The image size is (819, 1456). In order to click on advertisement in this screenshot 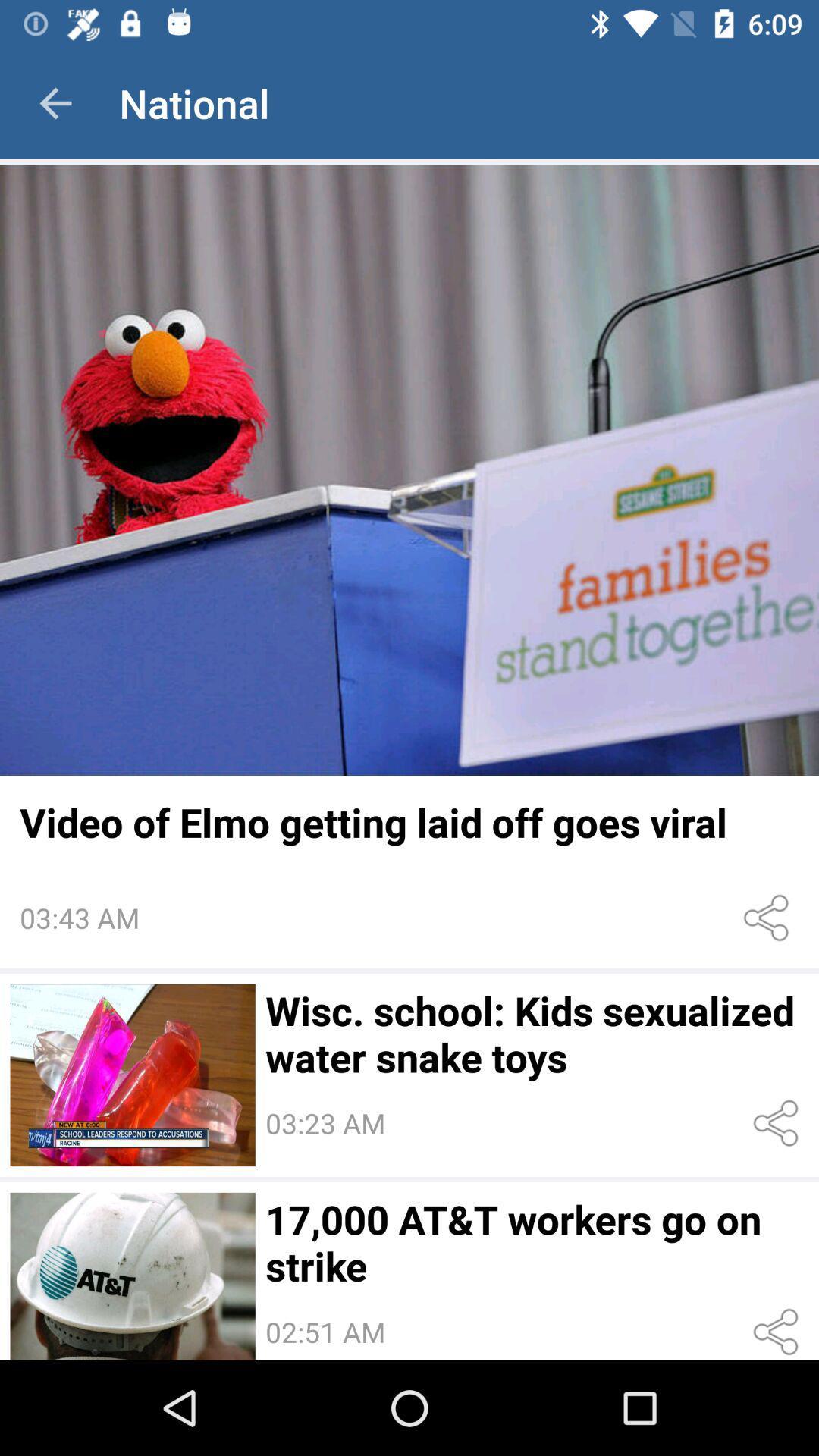, I will do `click(409, 469)`.